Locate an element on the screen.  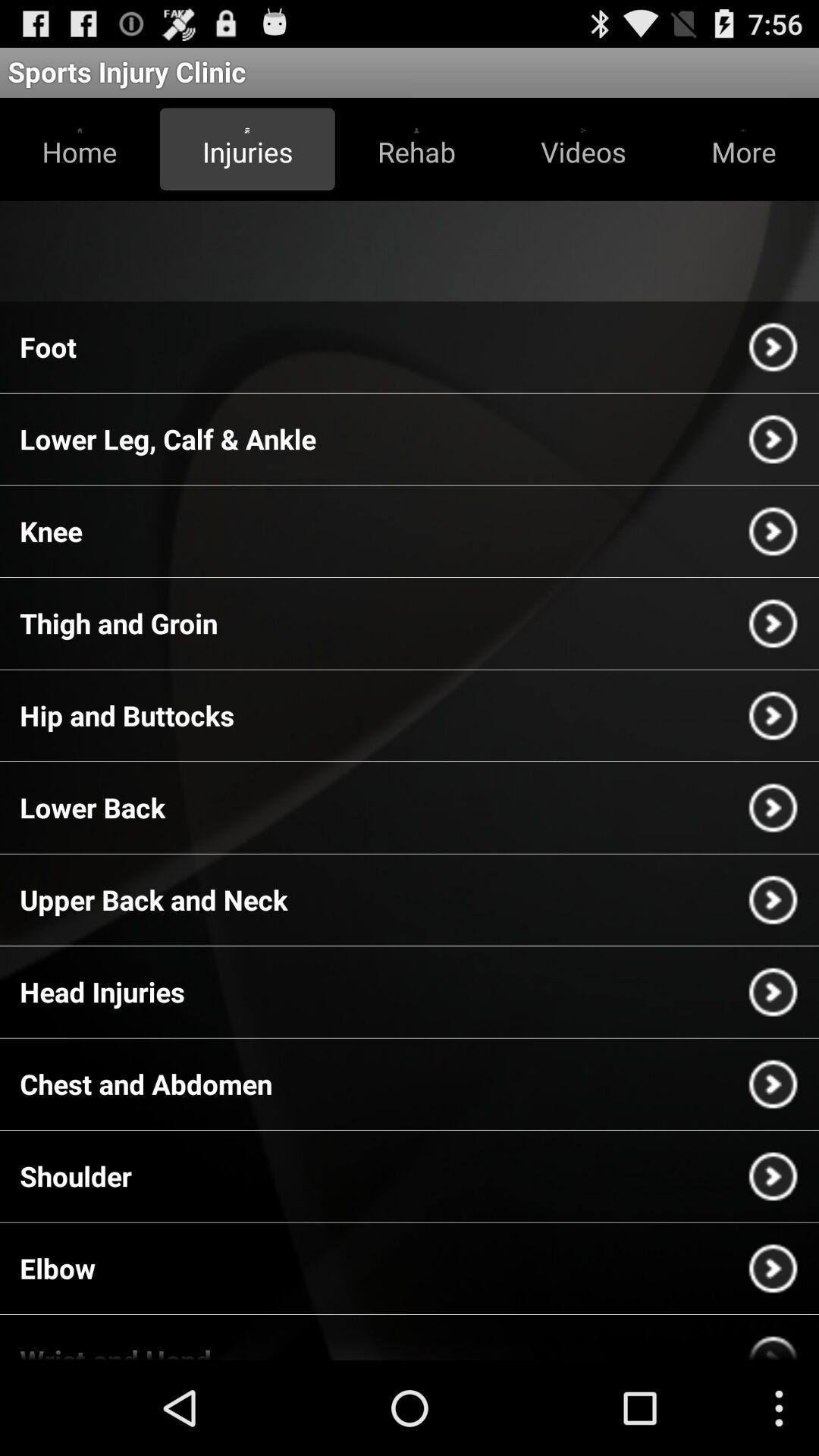
item above the lower leg calf is located at coordinates (47, 346).